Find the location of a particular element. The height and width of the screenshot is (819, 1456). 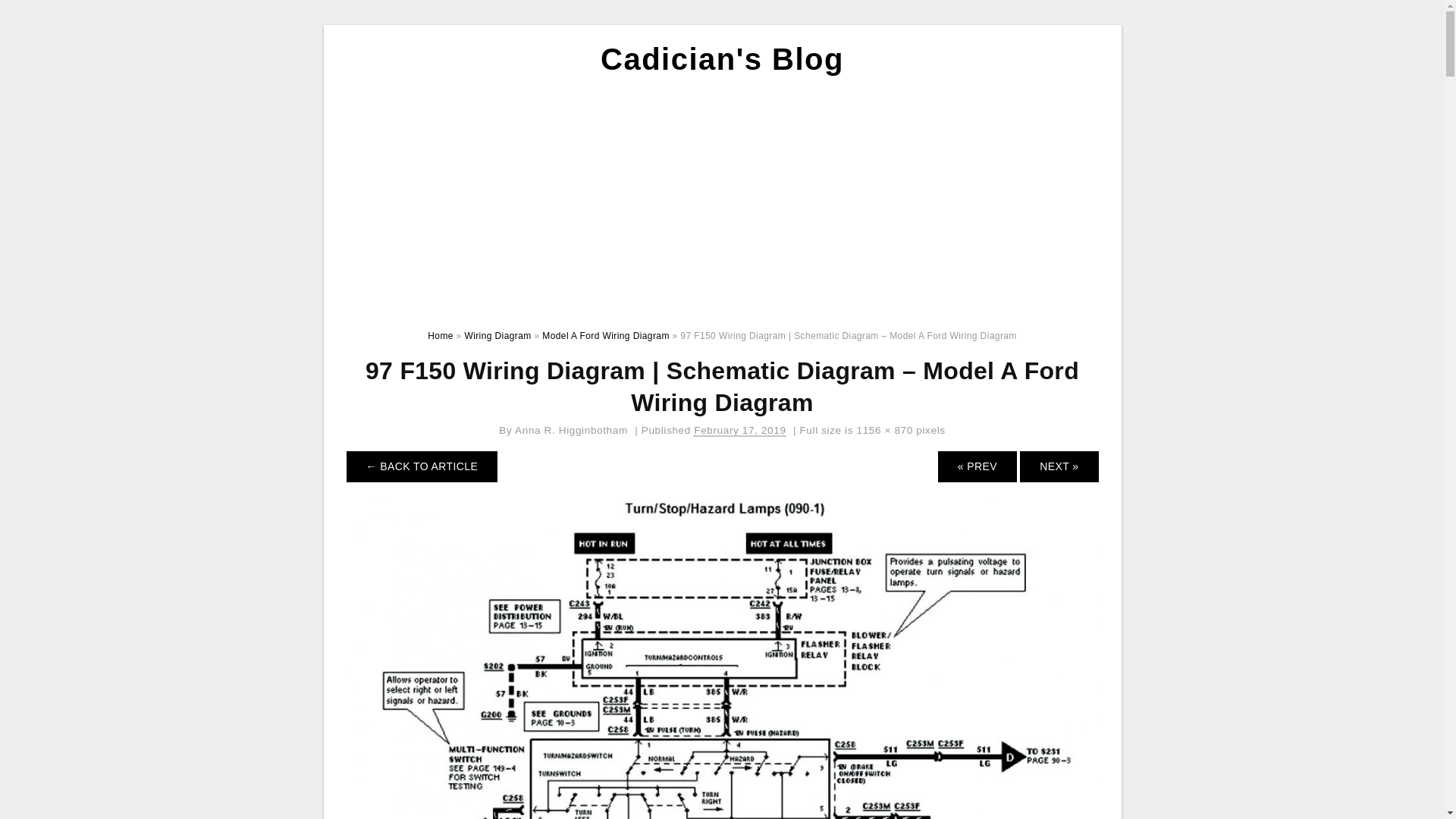

'Cadician's Blog' is located at coordinates (721, 58).